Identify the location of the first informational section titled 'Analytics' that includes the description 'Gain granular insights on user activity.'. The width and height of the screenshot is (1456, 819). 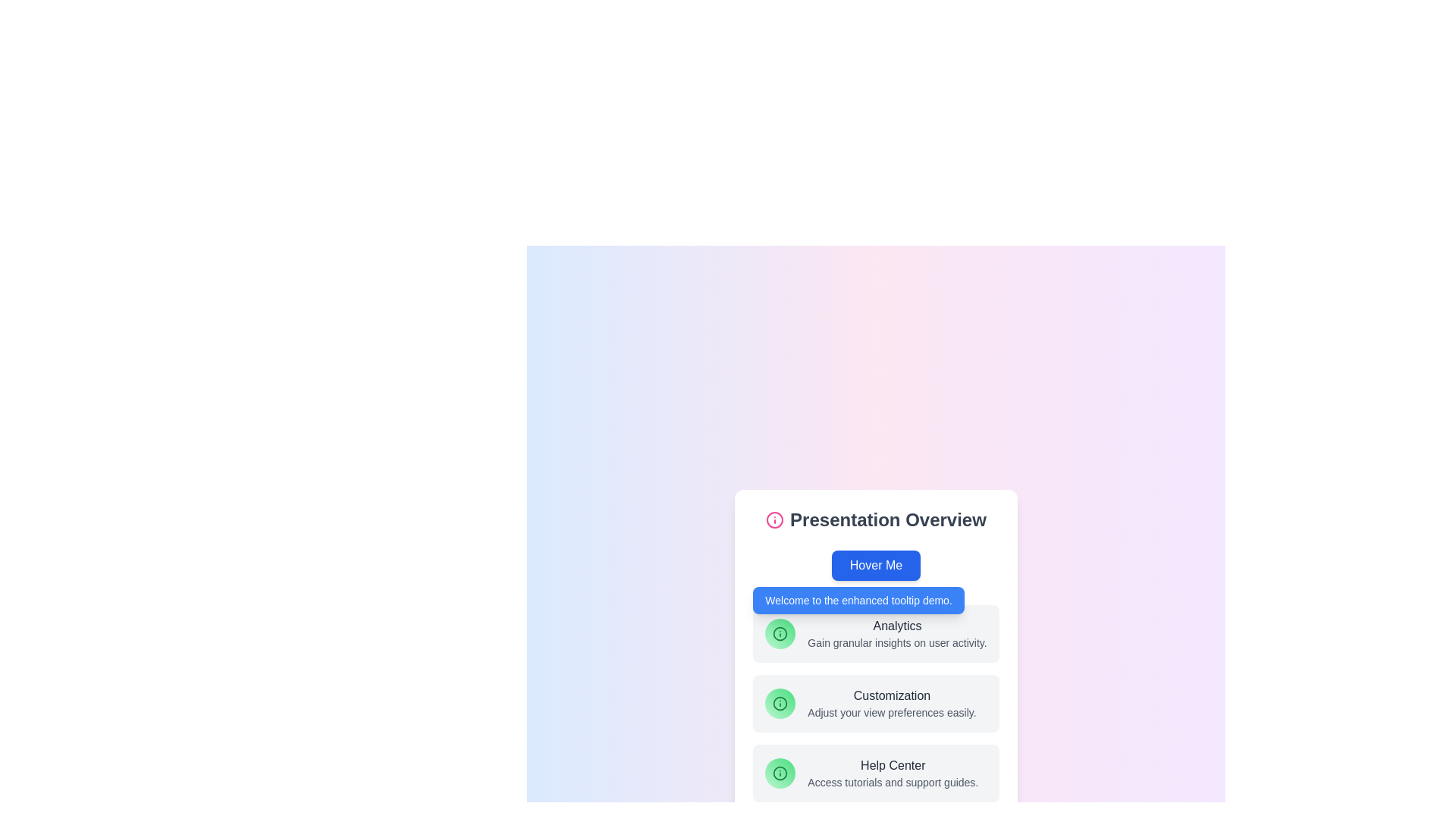
(876, 634).